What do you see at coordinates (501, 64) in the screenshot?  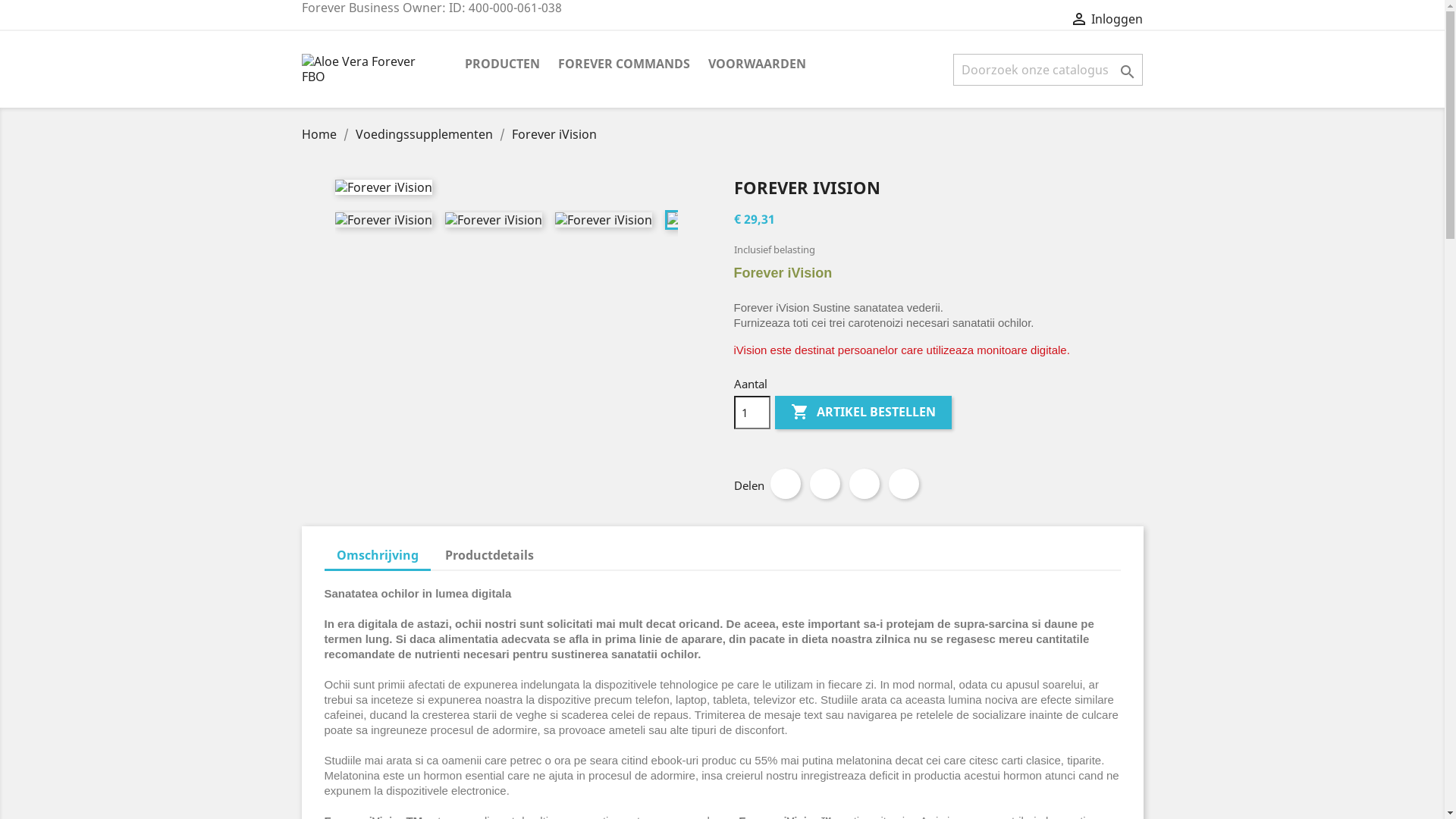 I see `'PRODUCTEN'` at bounding box center [501, 64].